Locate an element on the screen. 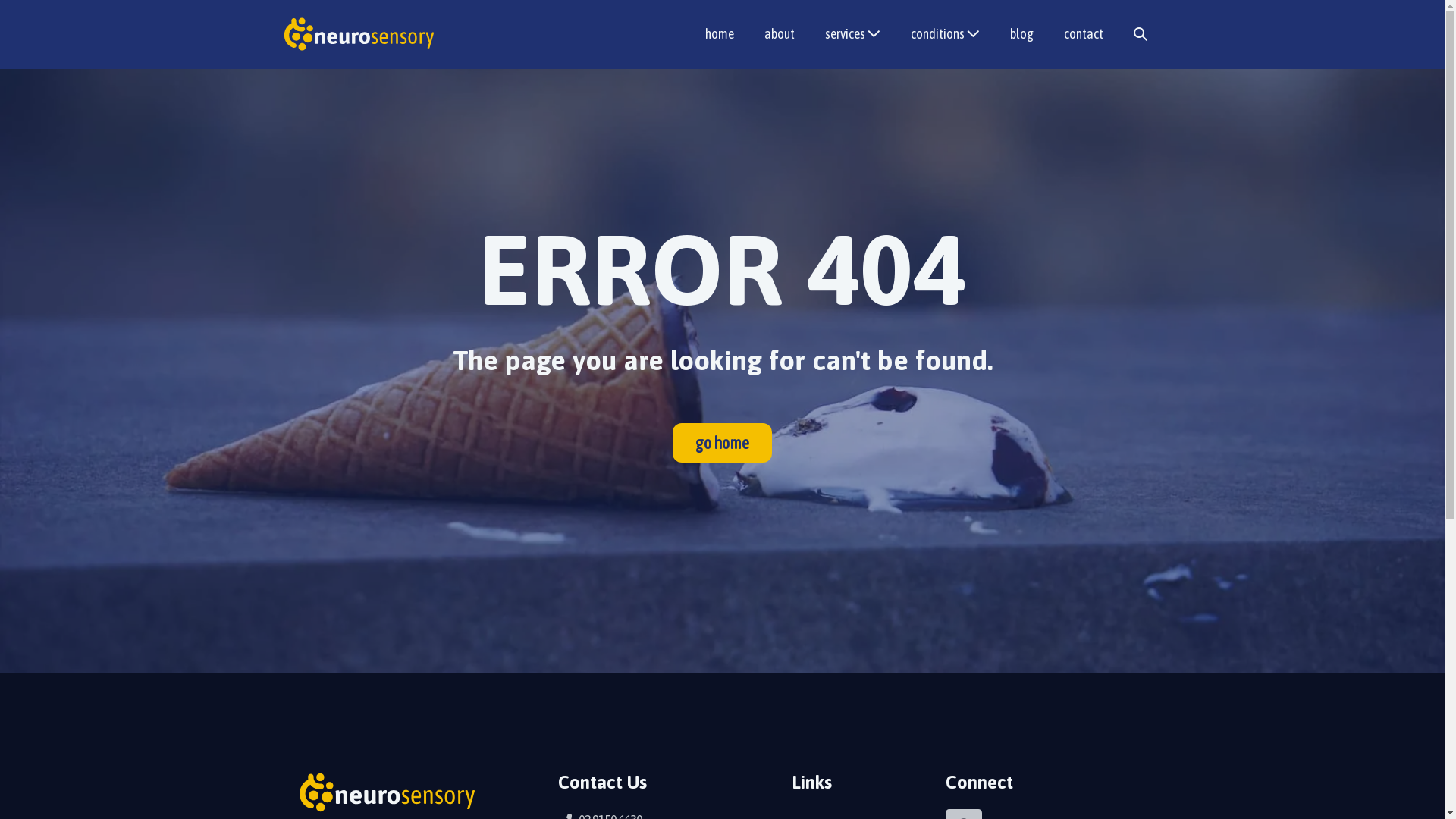 The width and height of the screenshot is (1456, 819). 'home' is located at coordinates (689, 34).